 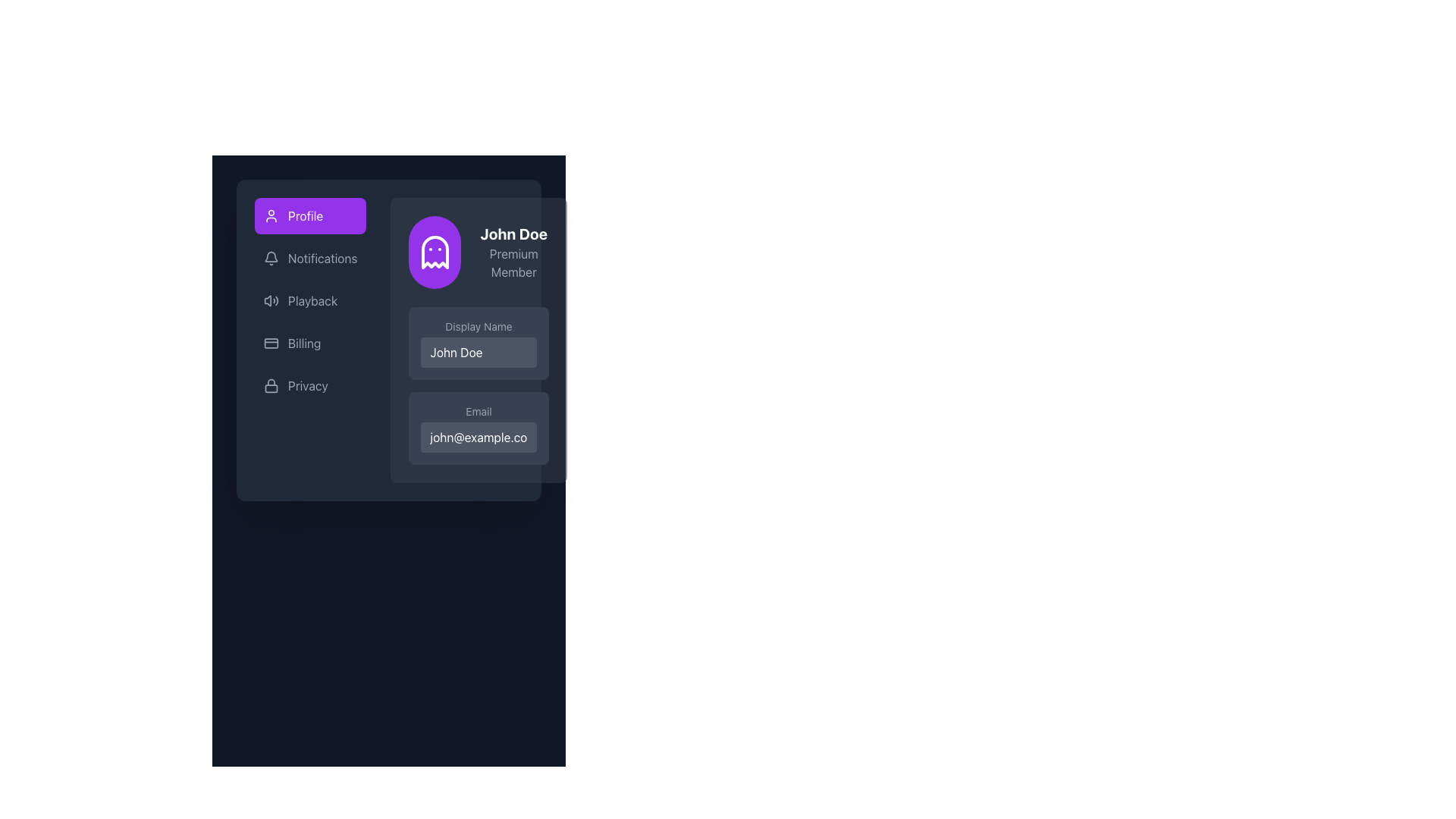 I want to click on the label element that displays 'Premium Member' located below the bold text 'John Doe' in the profile section, so click(x=513, y=262).